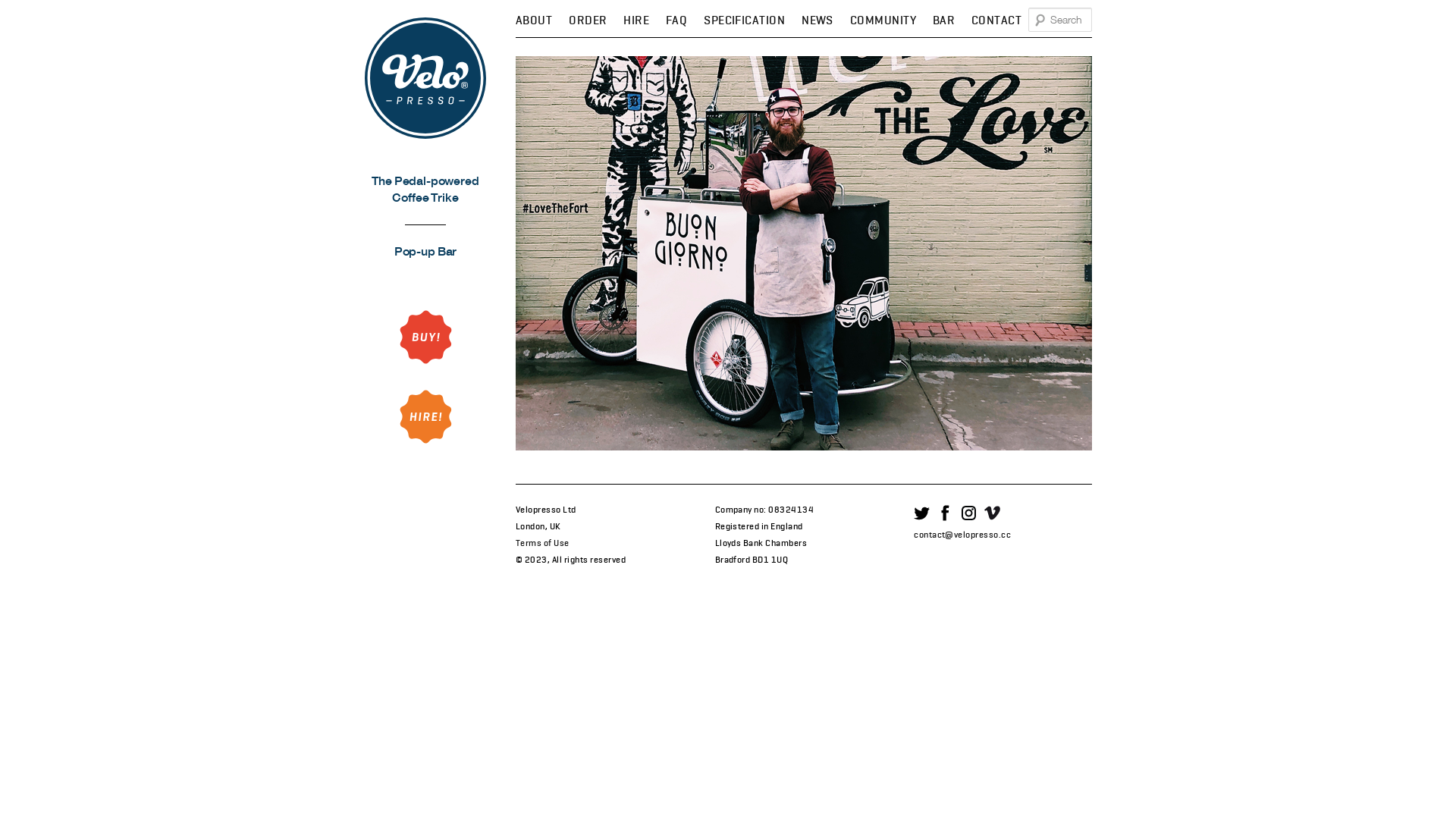  What do you see at coordinates (595, 20) in the screenshot?
I see `'ORDER'` at bounding box center [595, 20].